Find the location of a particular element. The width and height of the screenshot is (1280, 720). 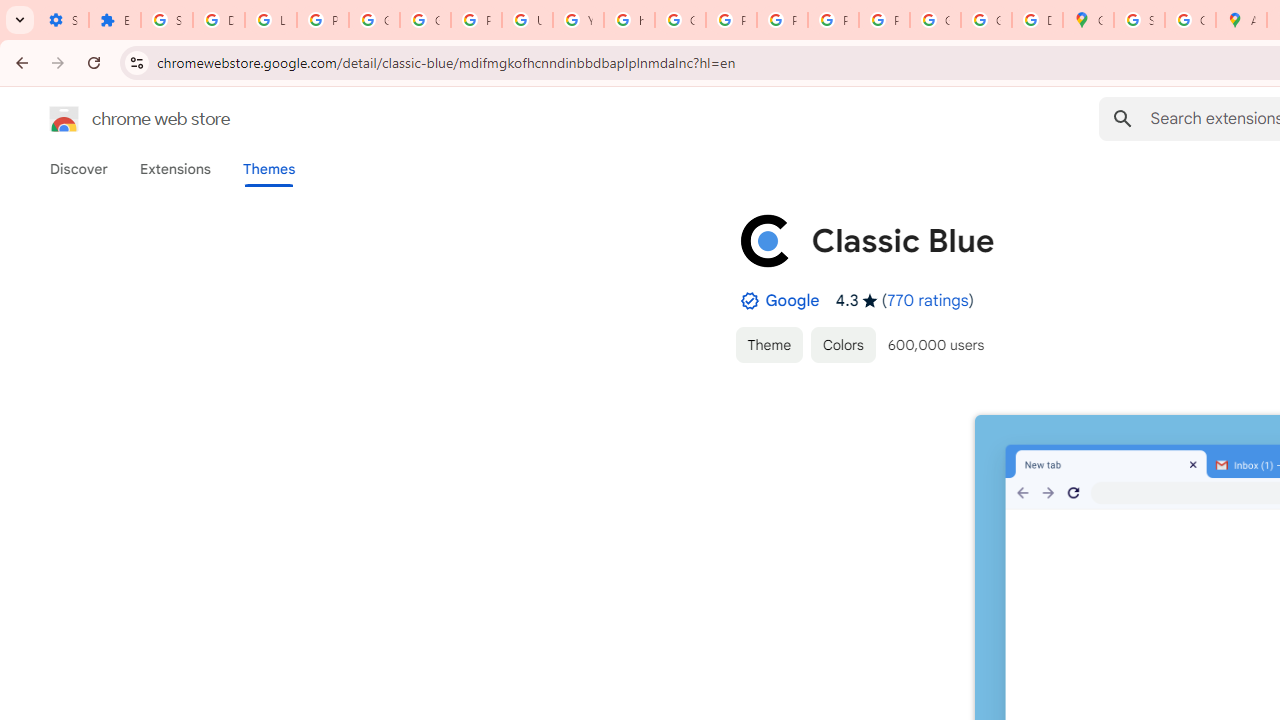

'Google Account Help' is located at coordinates (375, 20).